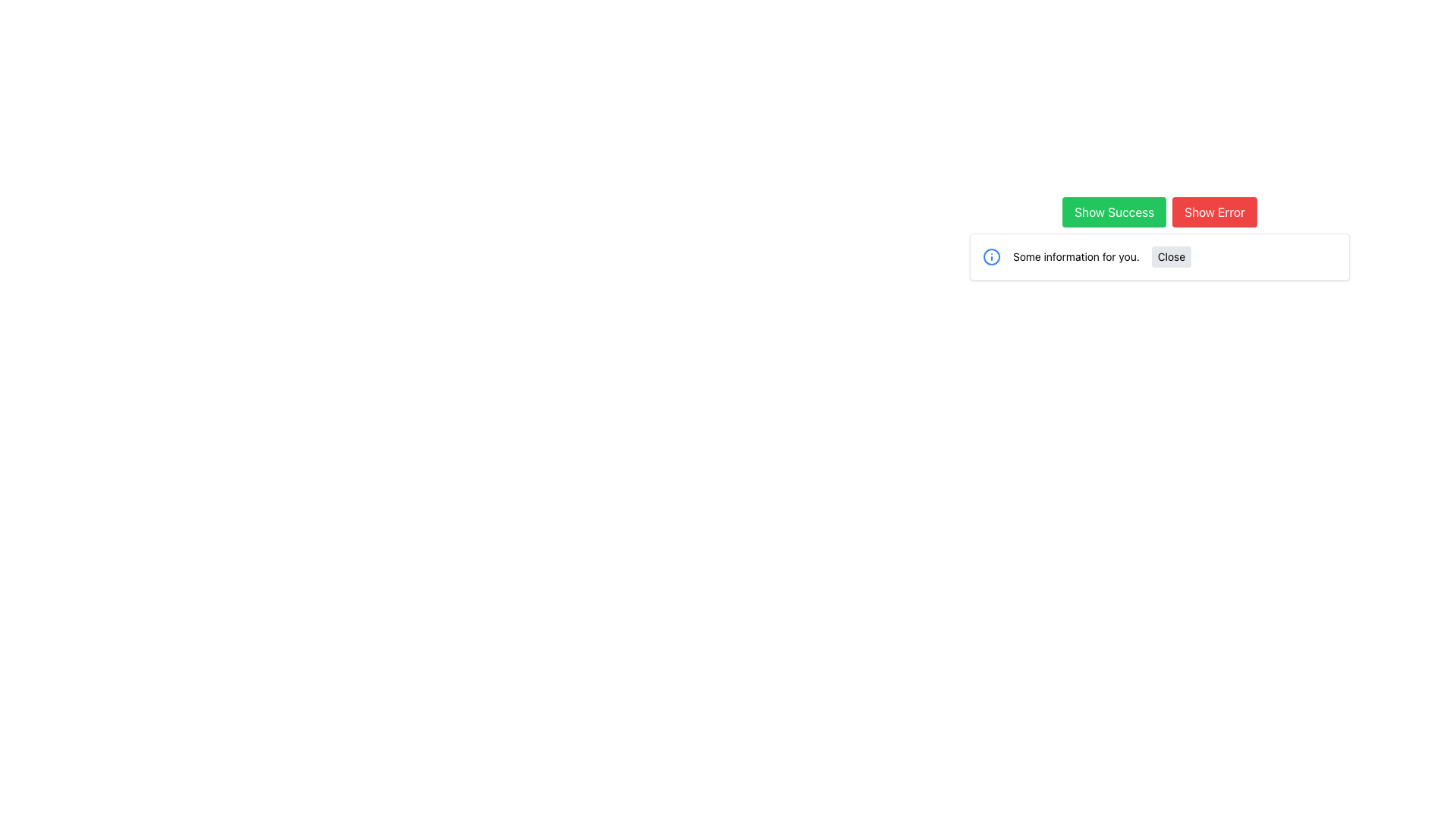 The height and width of the screenshot is (819, 1456). What do you see at coordinates (1114, 212) in the screenshot?
I see `the button located to the left of the 'Show Error' button` at bounding box center [1114, 212].